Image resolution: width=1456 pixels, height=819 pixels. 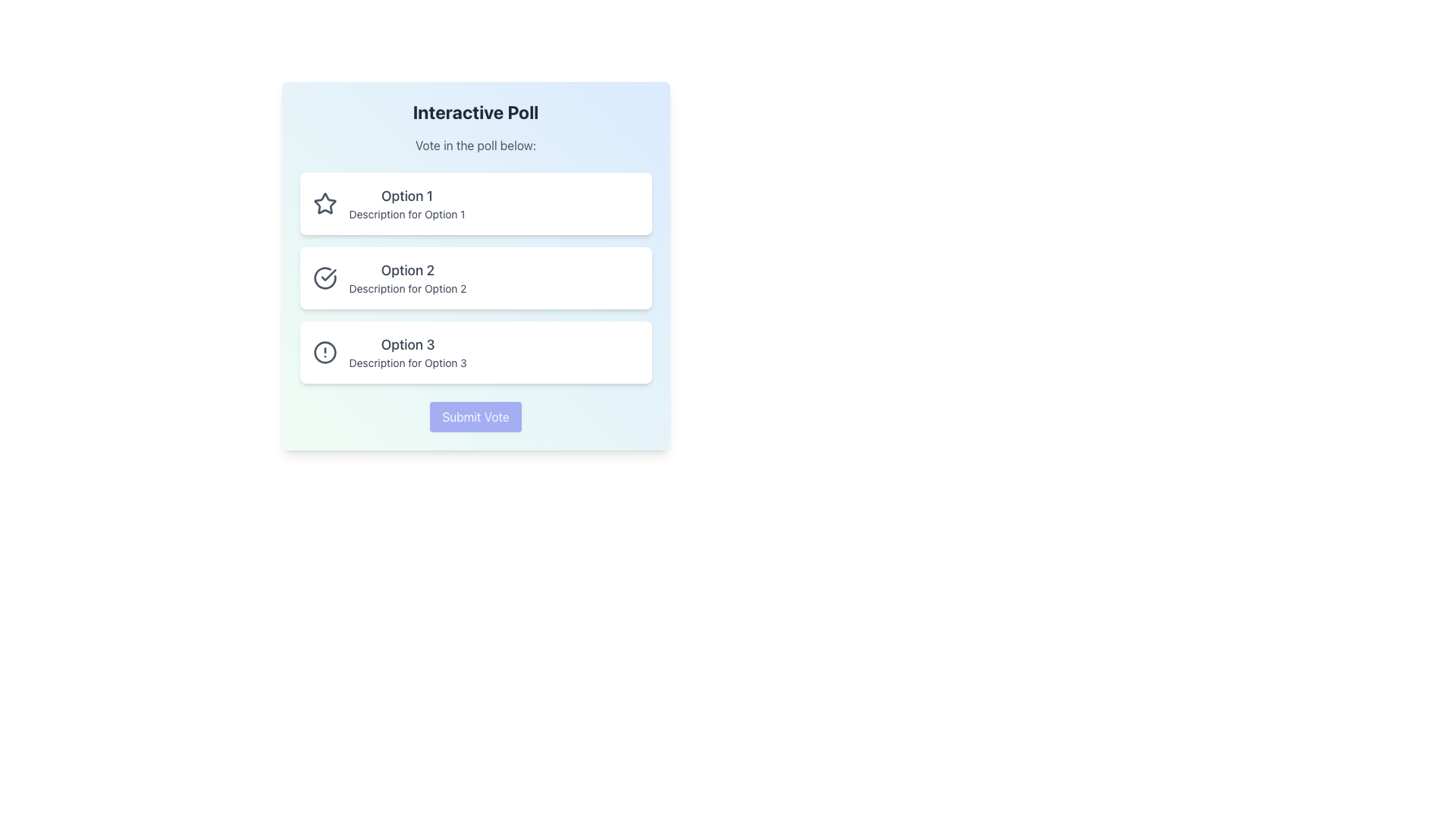 What do you see at coordinates (475, 353) in the screenshot?
I see `the third interactive card in the vertical list of options` at bounding box center [475, 353].